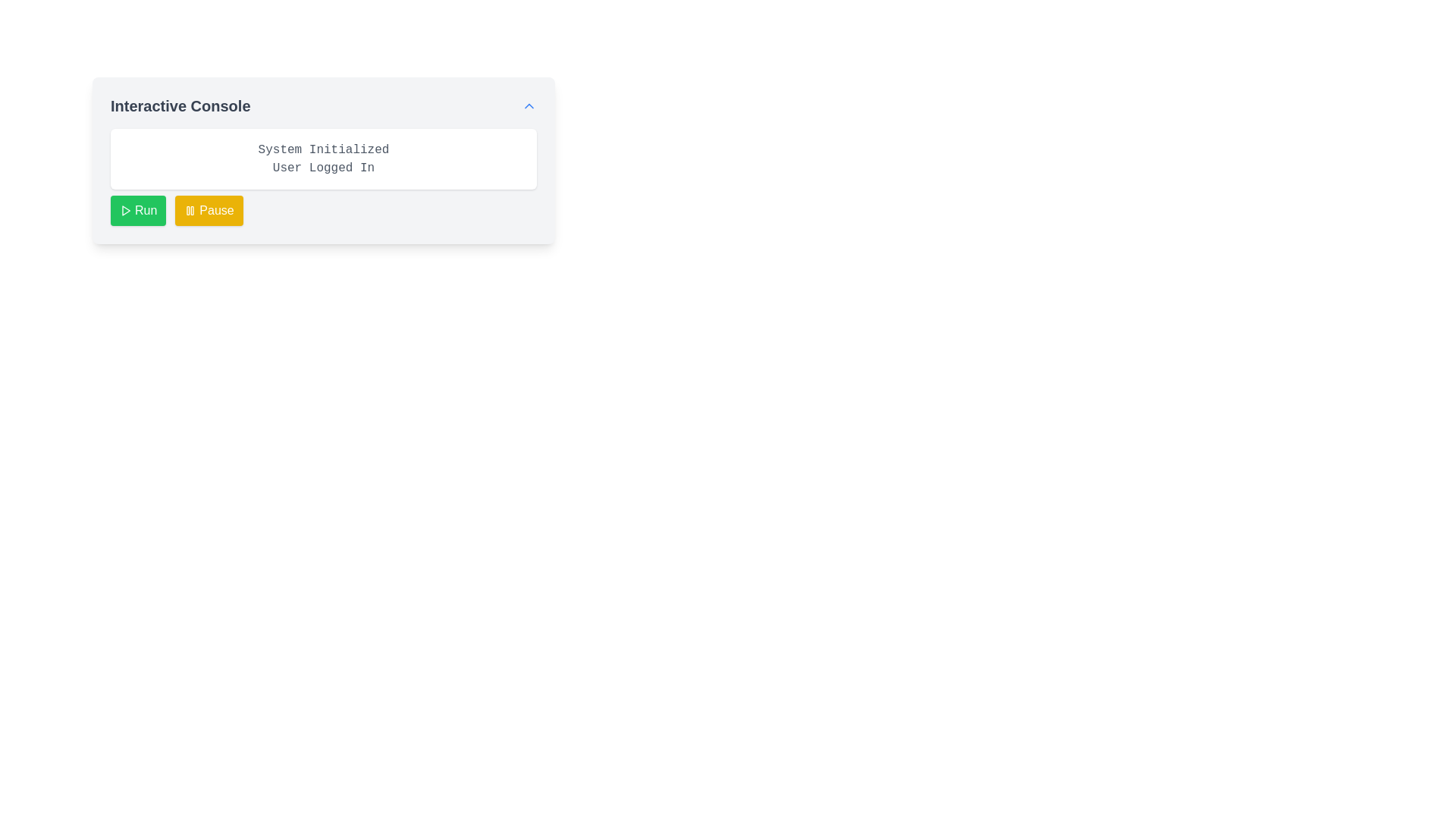  What do you see at coordinates (190, 210) in the screenshot?
I see `yellow pause button icon, which is a modern minimalist design with two vertical bars, for debugging purposes` at bounding box center [190, 210].